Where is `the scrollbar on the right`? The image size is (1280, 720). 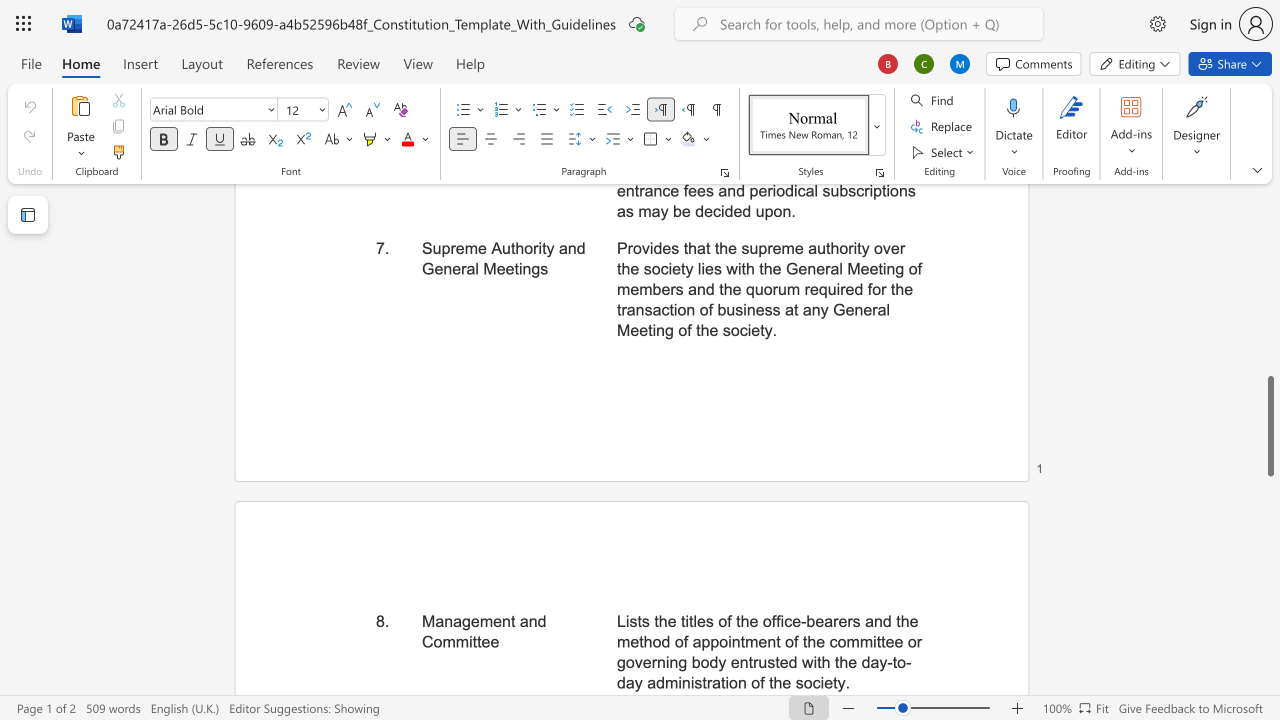
the scrollbar on the right is located at coordinates (1269, 328).